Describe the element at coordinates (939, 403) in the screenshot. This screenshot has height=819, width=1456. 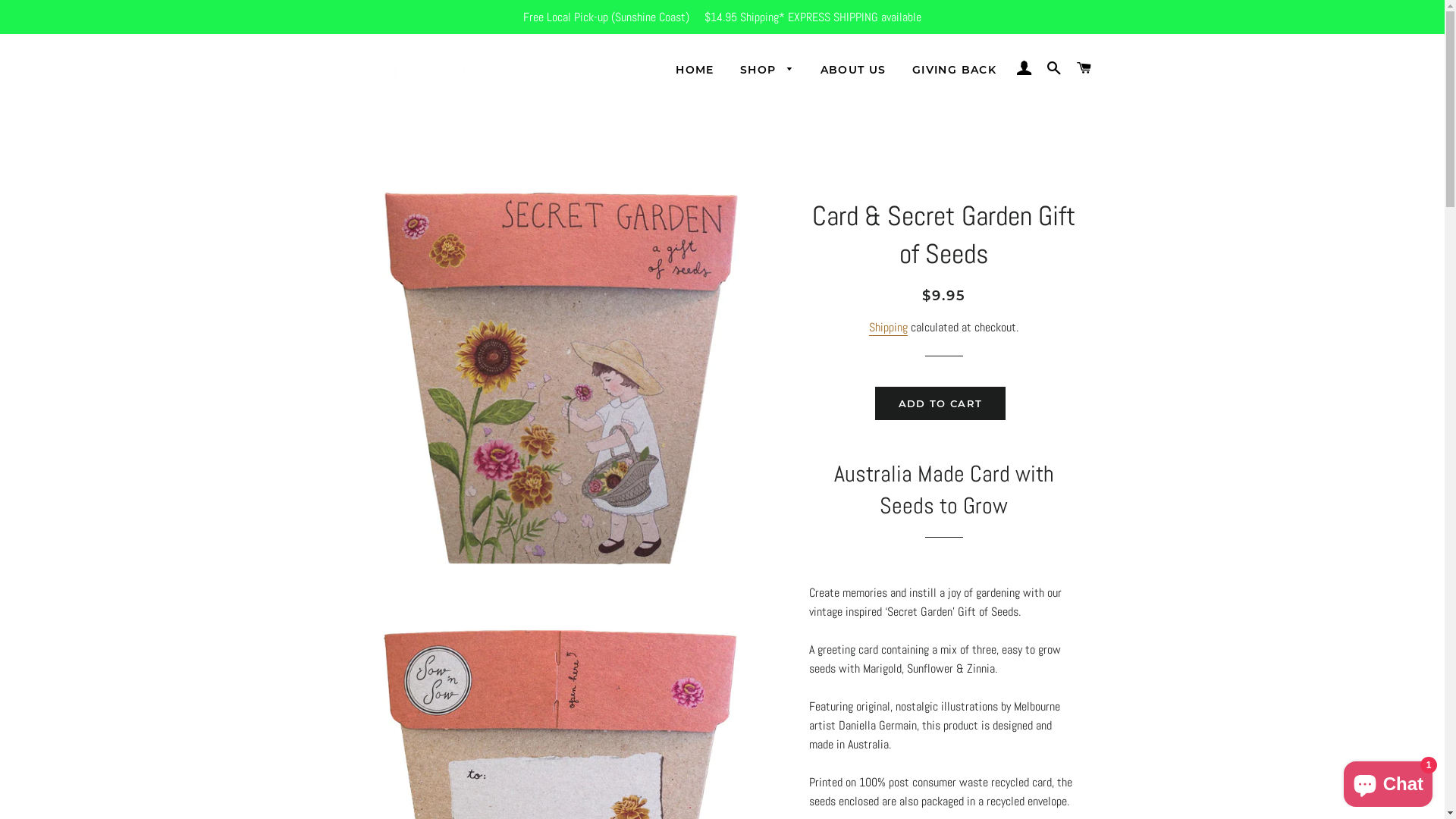
I see `'ADD TO CART'` at that location.